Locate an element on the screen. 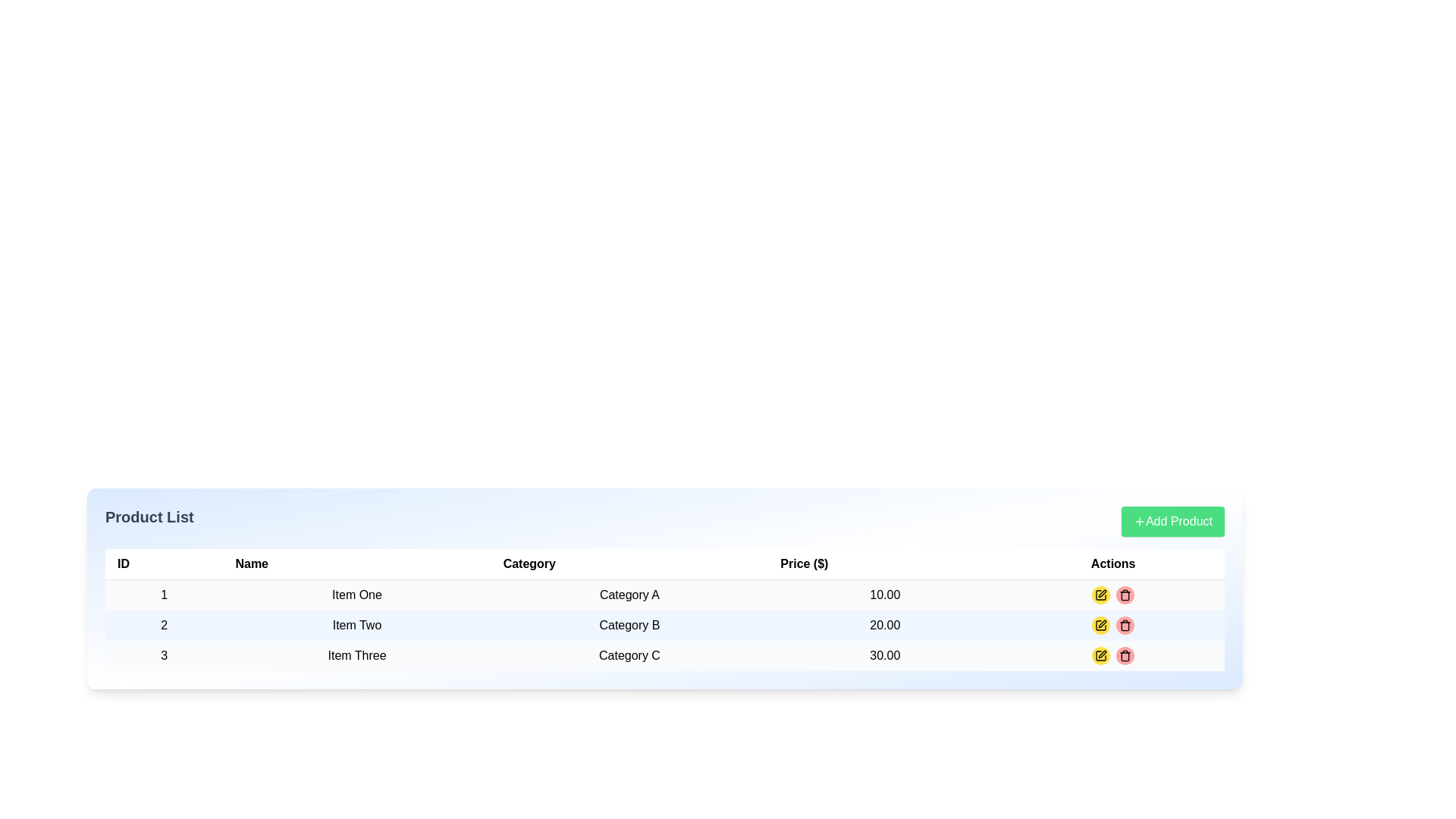 This screenshot has height=819, width=1456. the circular yellow button with a pen icon, located in the first row of the 'Actions' column of the table is located at coordinates (1100, 595).